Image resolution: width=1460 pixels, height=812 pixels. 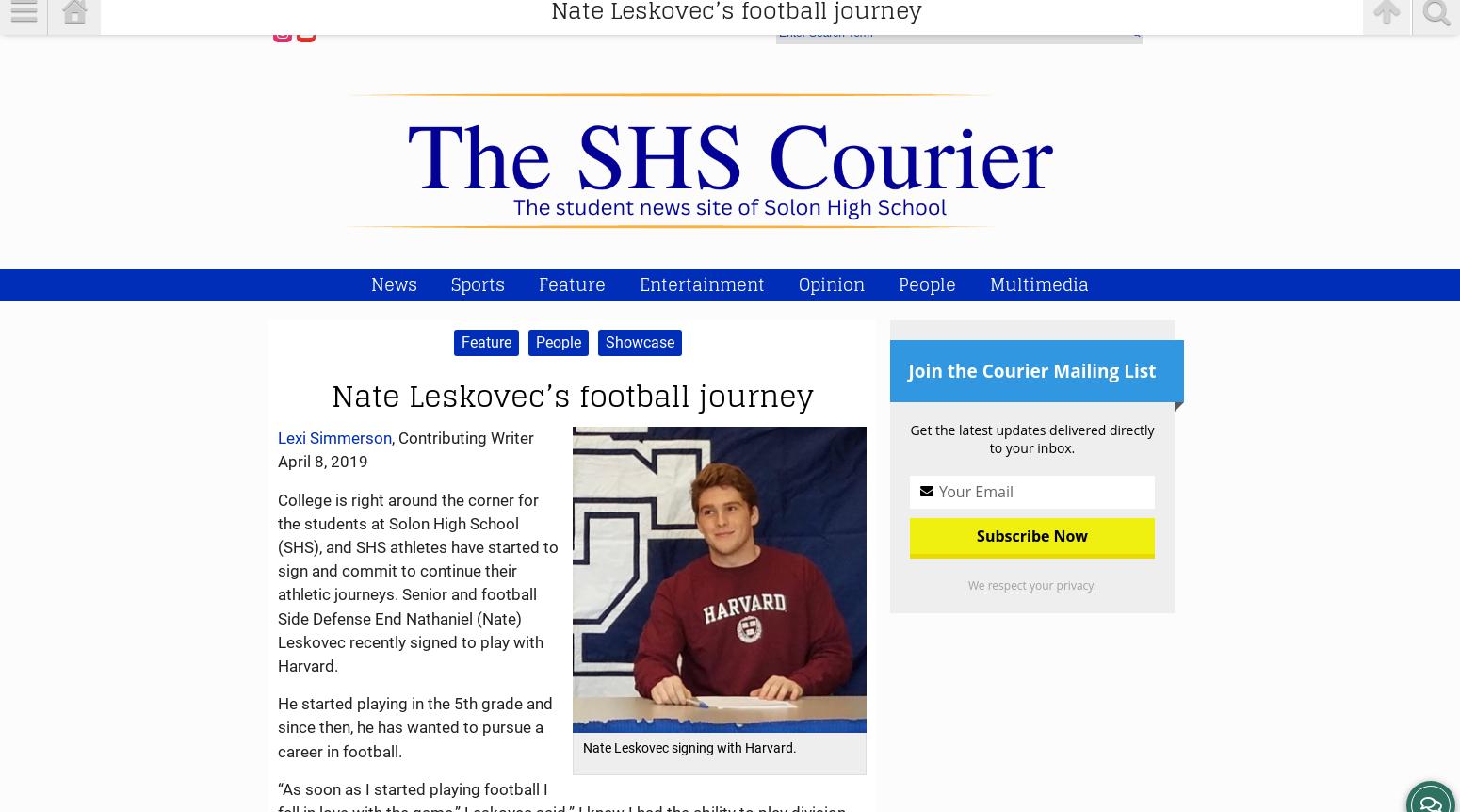 I want to click on 'Nate Leskovec’s football journey', so click(x=571, y=394).